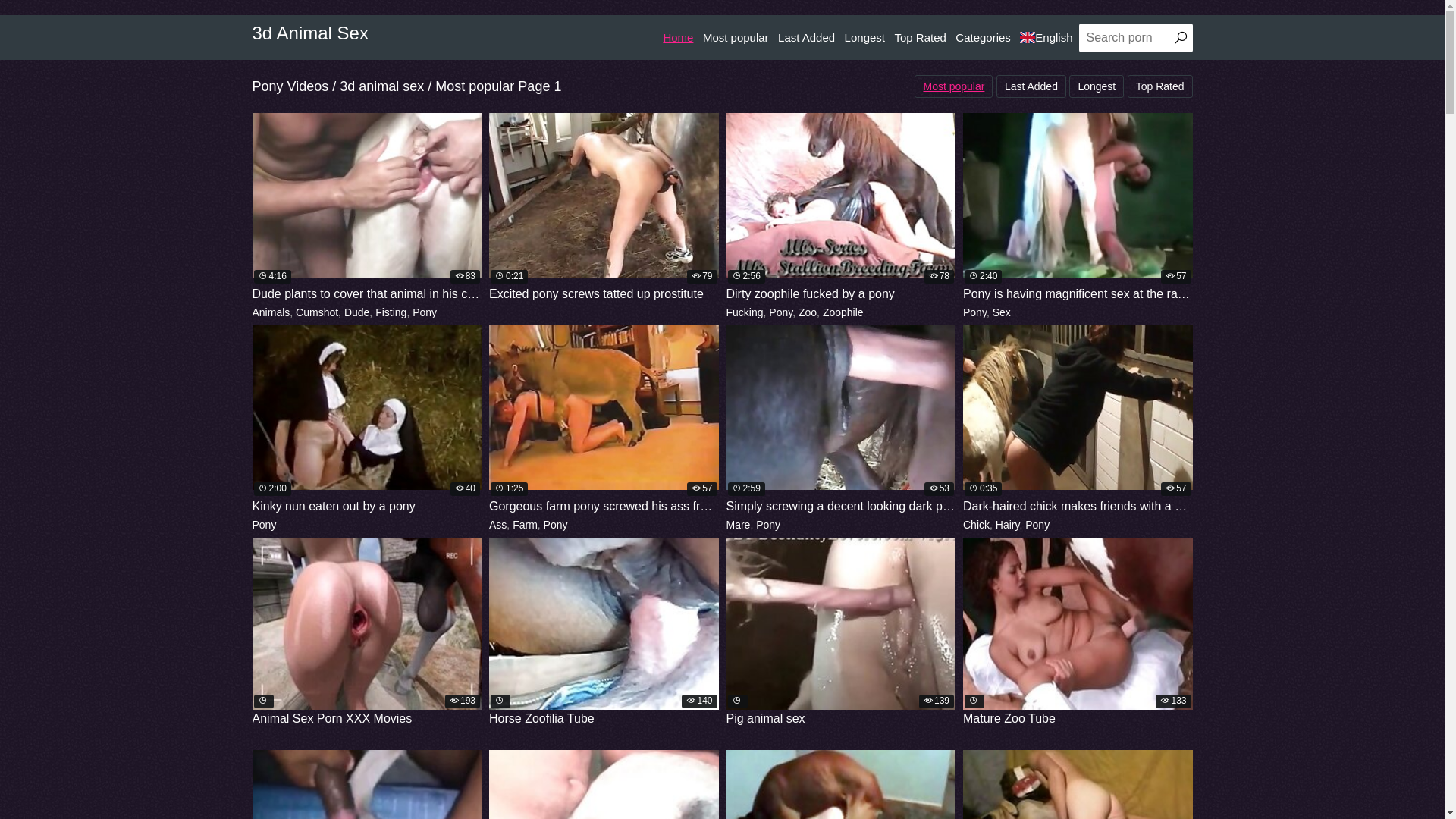 This screenshot has width=1456, height=819. What do you see at coordinates (840, 632) in the screenshot?
I see `'139` at bounding box center [840, 632].